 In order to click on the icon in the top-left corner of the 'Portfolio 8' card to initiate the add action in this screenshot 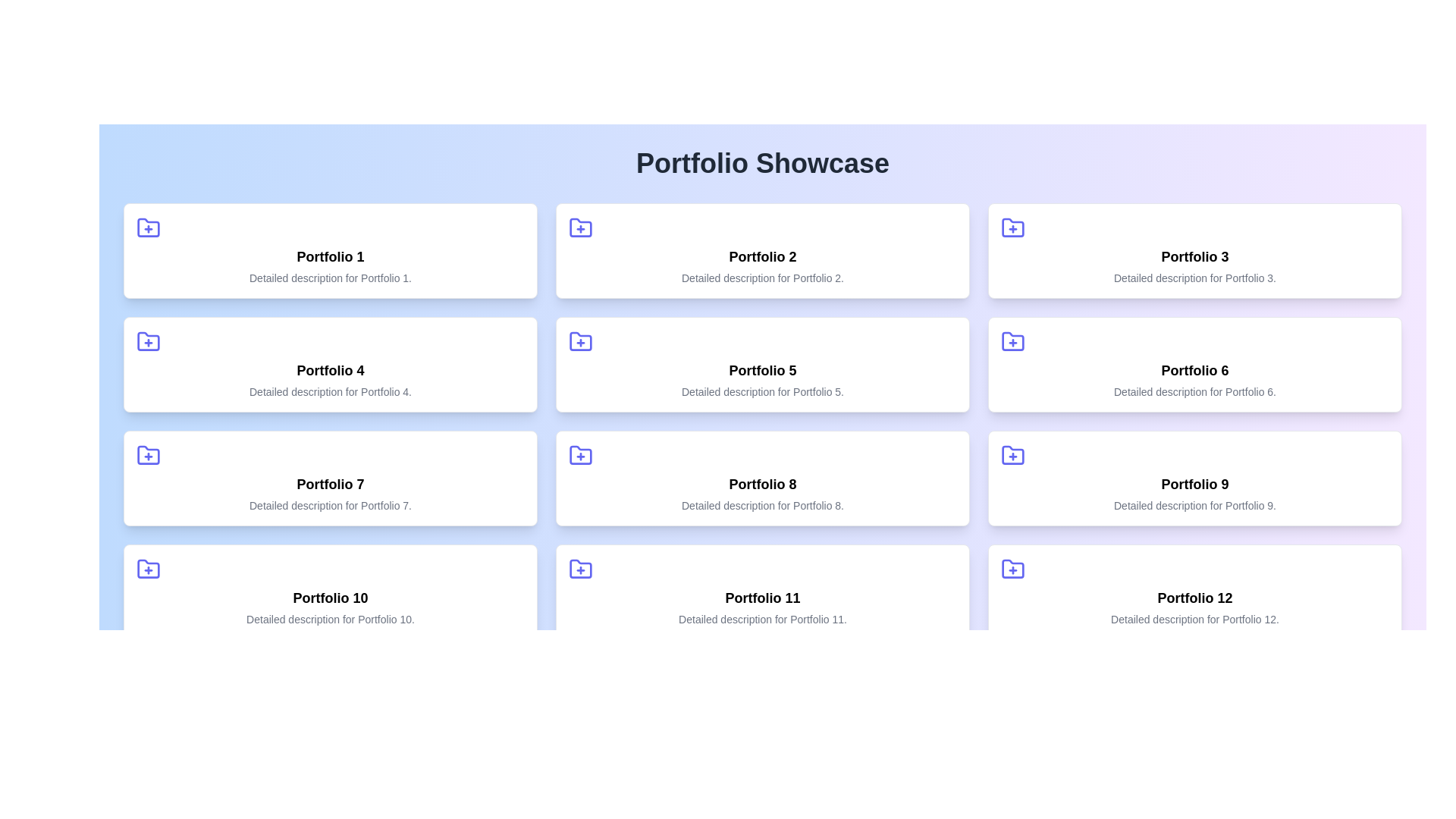, I will do `click(580, 455)`.